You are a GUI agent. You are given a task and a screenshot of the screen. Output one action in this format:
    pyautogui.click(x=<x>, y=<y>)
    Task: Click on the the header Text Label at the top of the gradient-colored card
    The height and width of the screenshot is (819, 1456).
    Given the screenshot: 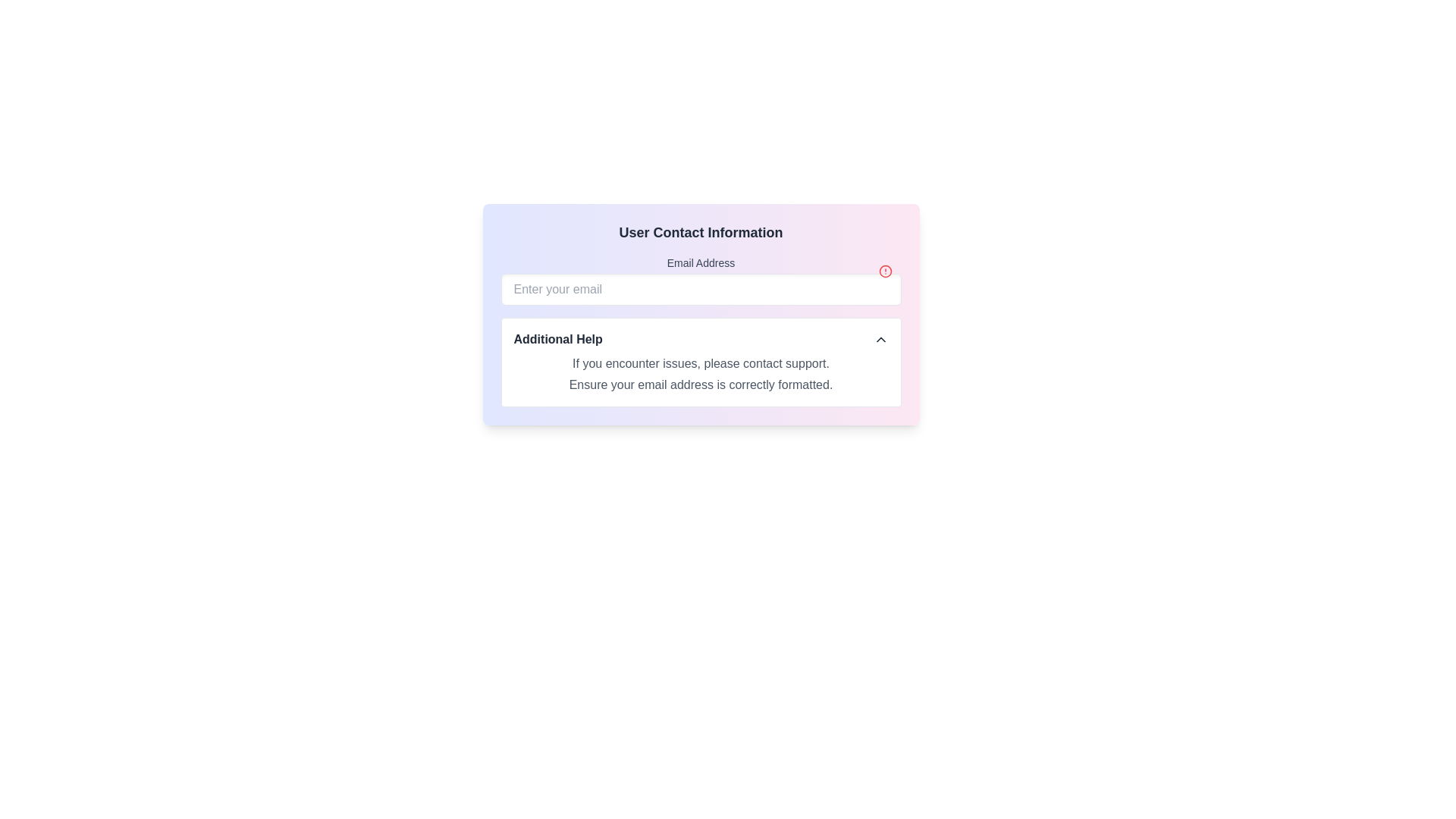 What is the action you would take?
    pyautogui.click(x=700, y=233)
    